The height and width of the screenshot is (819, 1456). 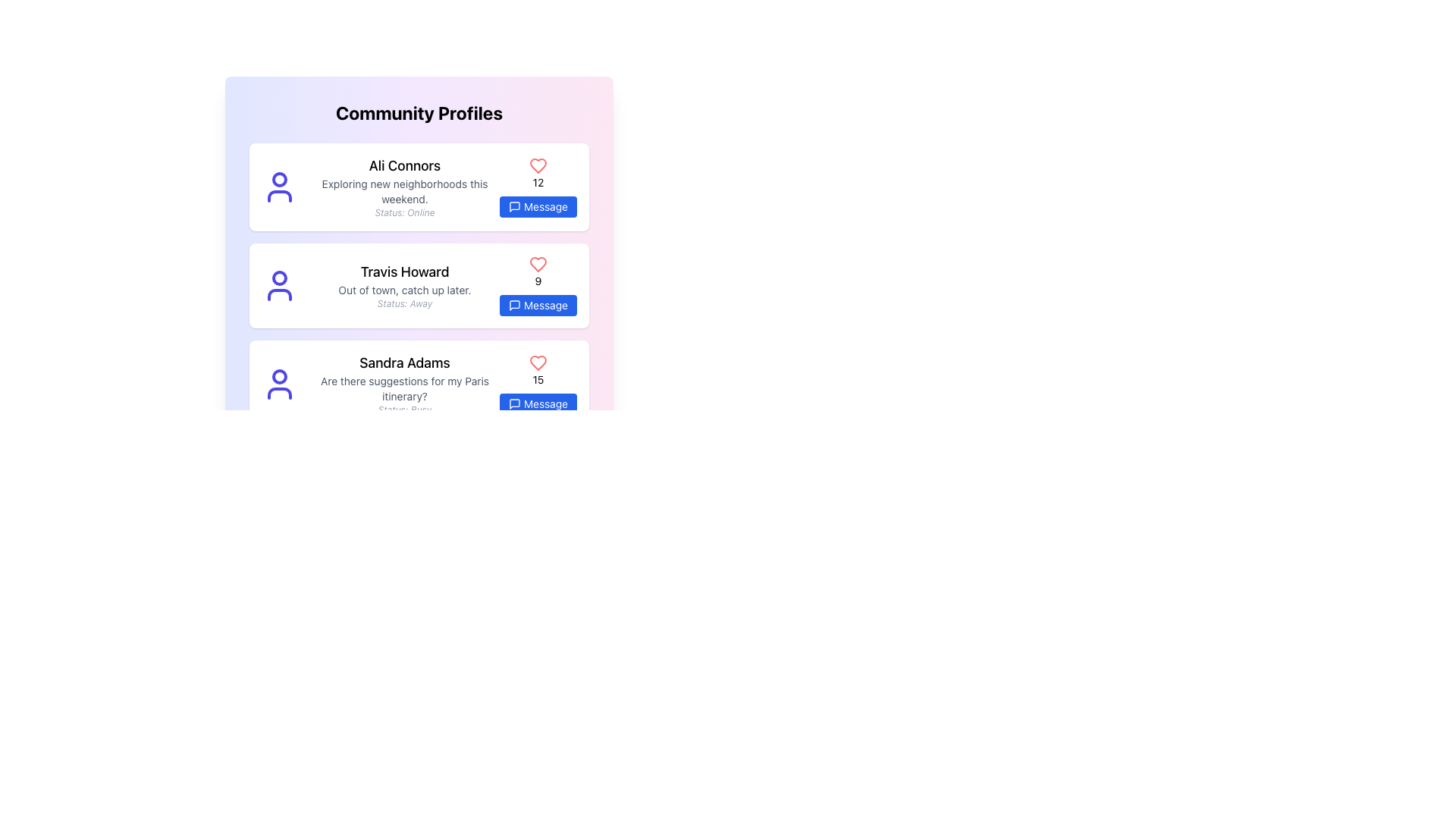 What do you see at coordinates (404, 383) in the screenshot?
I see `the text block displaying user information for 'Sandra Adams', located in the third box of the user profile list` at bounding box center [404, 383].